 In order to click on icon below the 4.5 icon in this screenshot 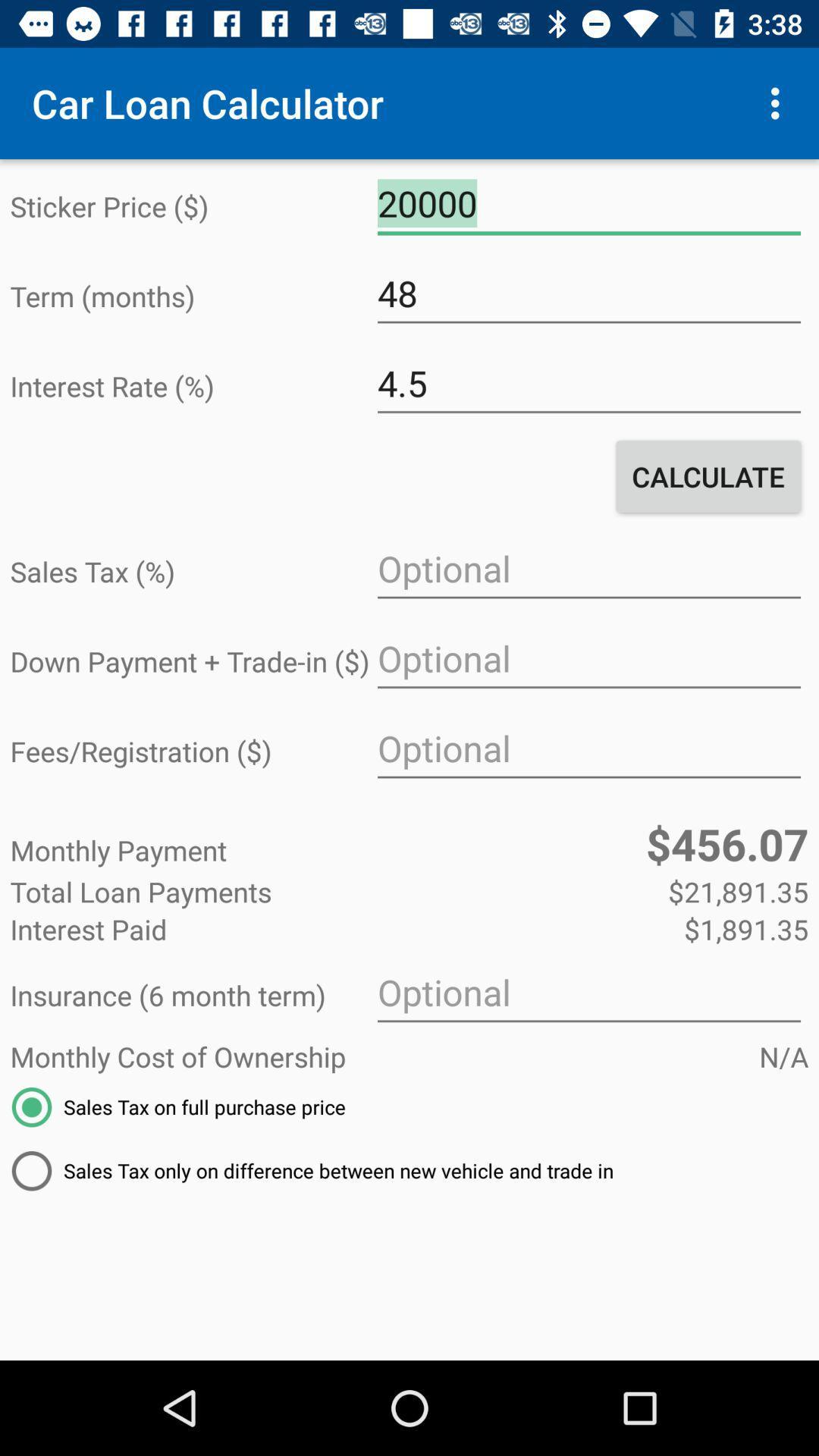, I will do `click(708, 475)`.